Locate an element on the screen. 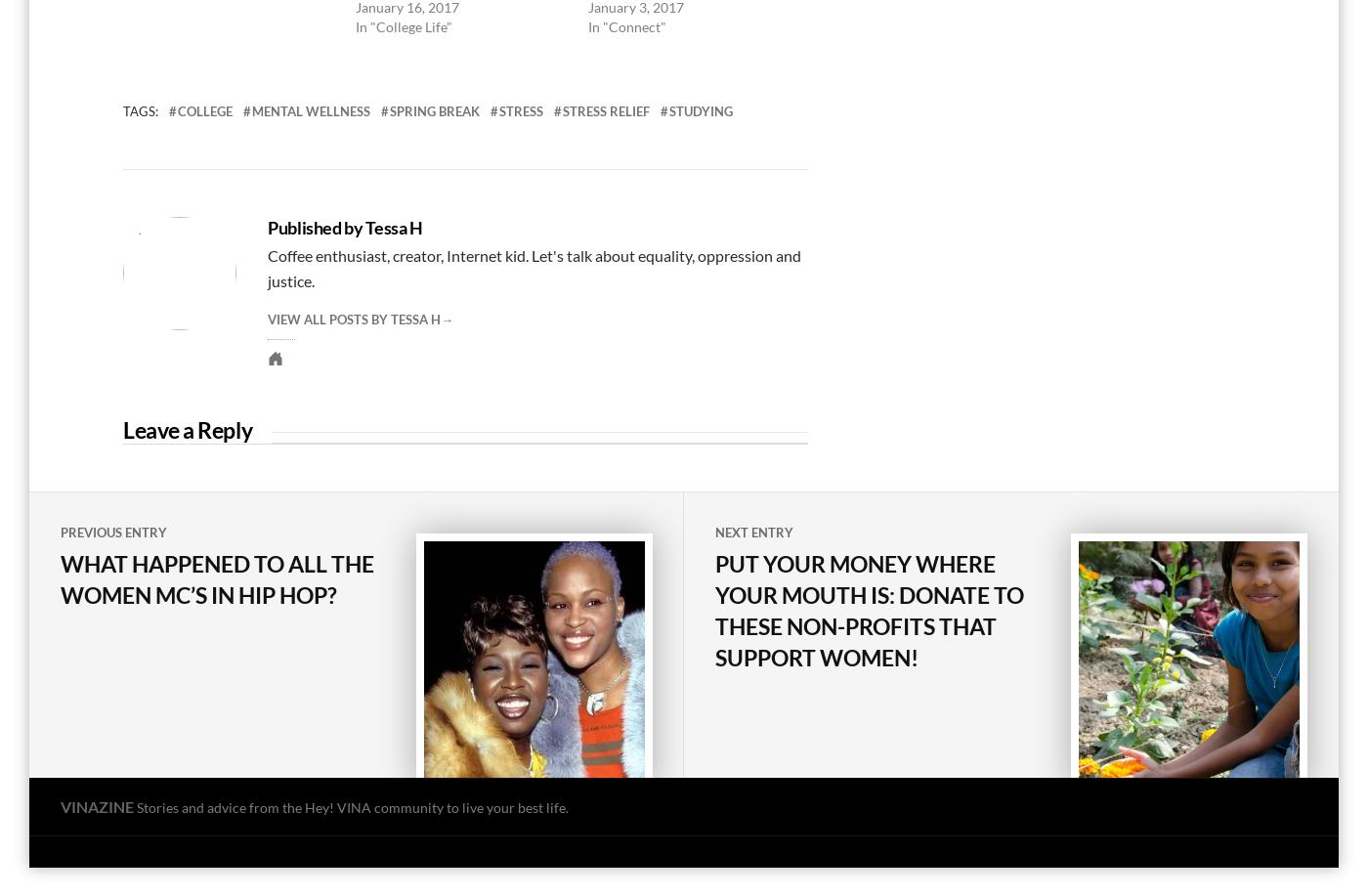  'VINAZINE' is located at coordinates (60, 805).